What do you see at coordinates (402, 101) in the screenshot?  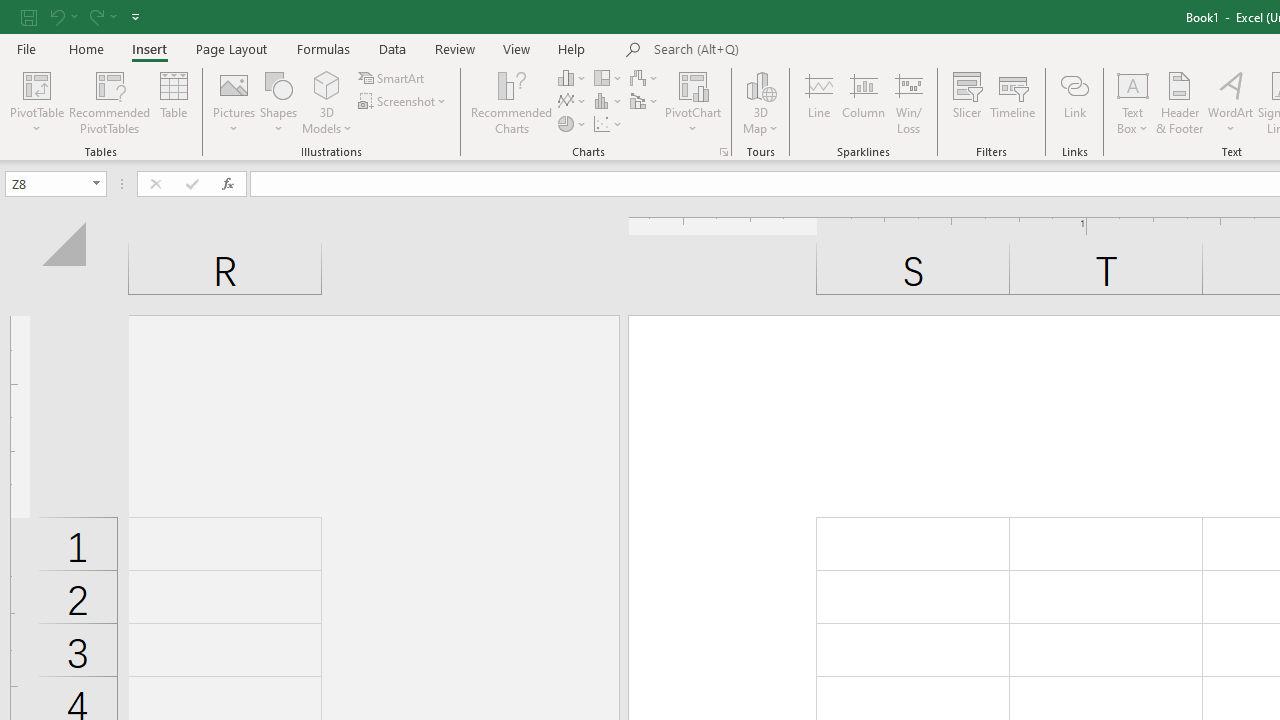 I see `'Screenshot'` at bounding box center [402, 101].